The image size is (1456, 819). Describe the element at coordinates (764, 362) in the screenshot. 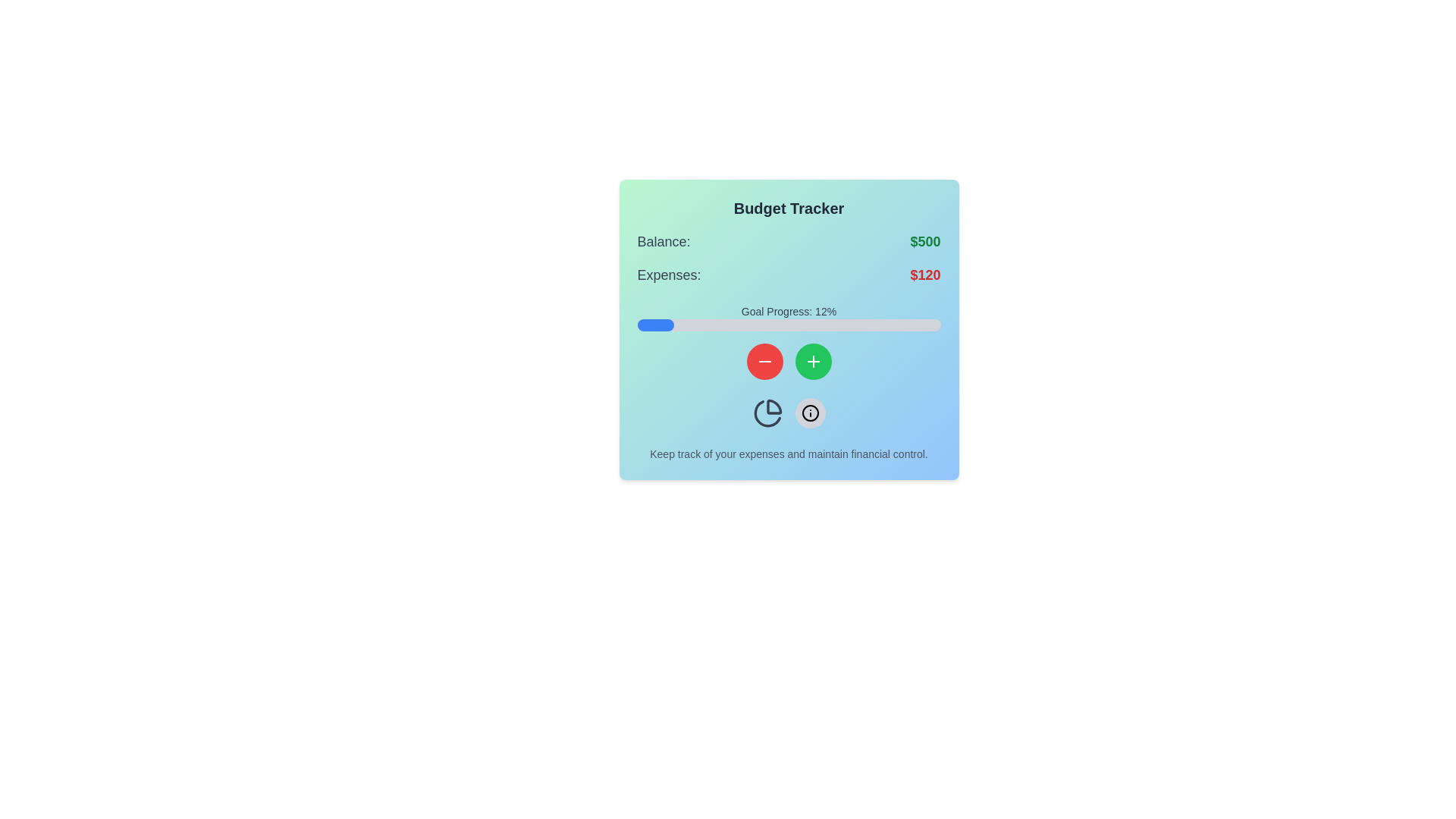

I see `the subtract button located in the second row of the interface, which is the leftmost button adjacent to a green circular plus button` at that location.